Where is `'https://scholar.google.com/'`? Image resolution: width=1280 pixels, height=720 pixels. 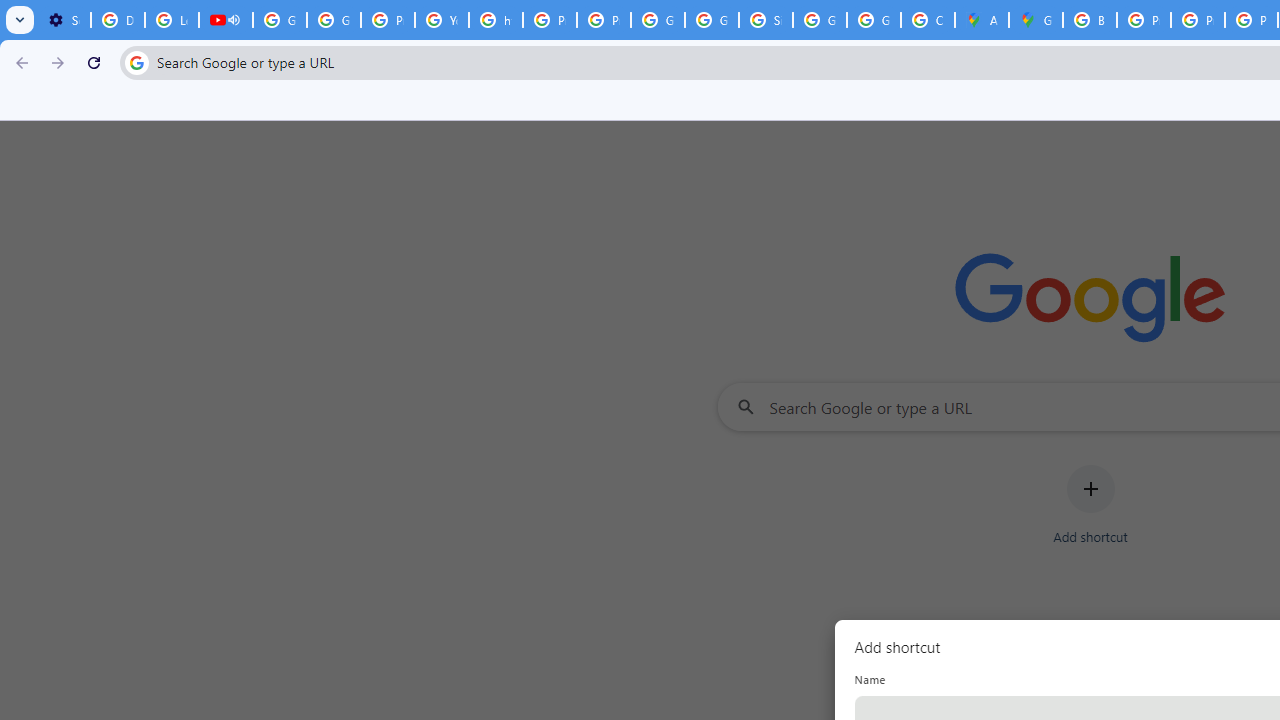
'https://scholar.google.com/' is located at coordinates (496, 20).